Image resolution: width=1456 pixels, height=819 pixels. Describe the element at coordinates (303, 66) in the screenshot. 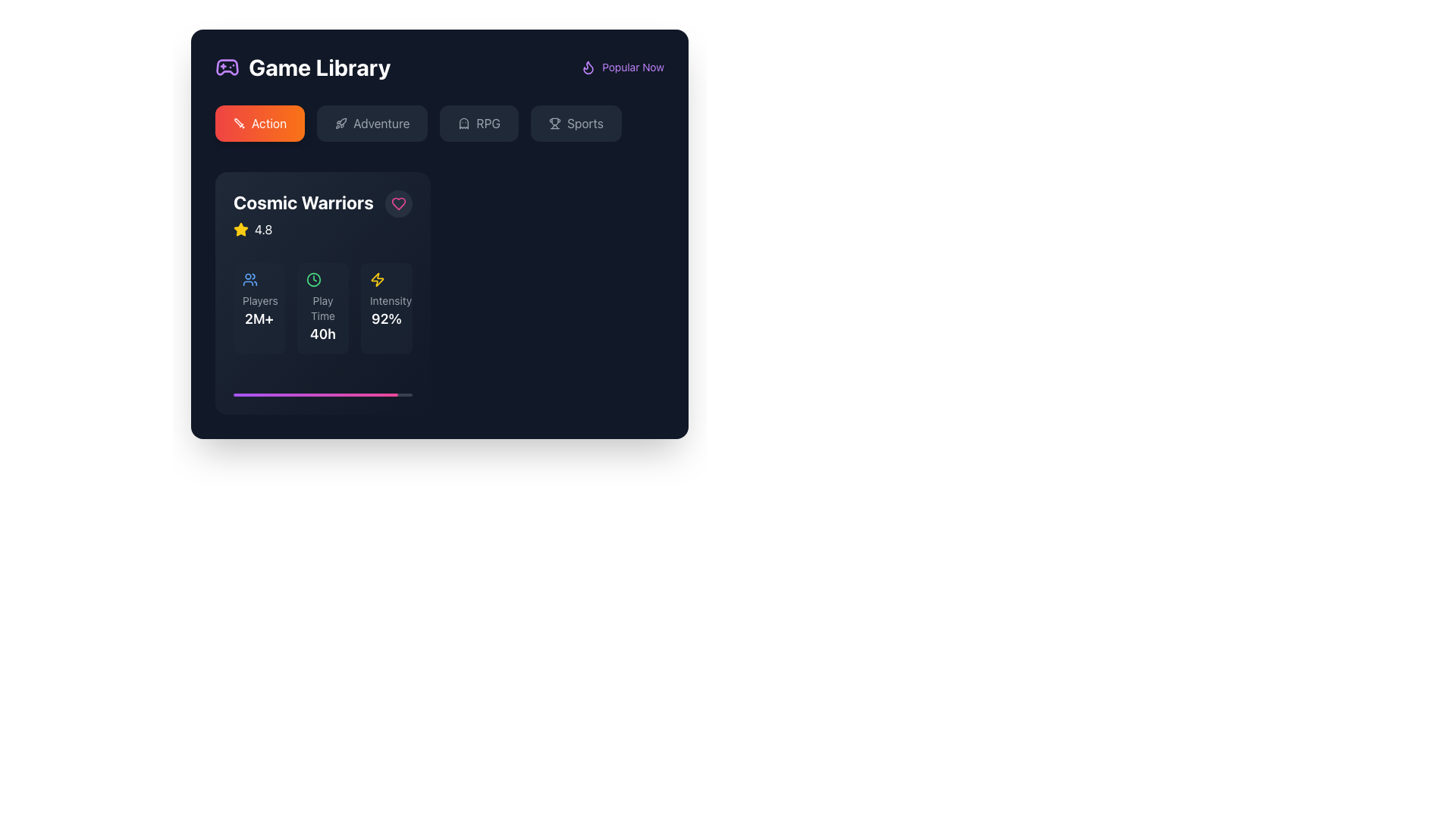

I see `details of the Text and Icon Heading located at the top-left corner of the interface, adjacent to the 'Popular Now' section` at that location.